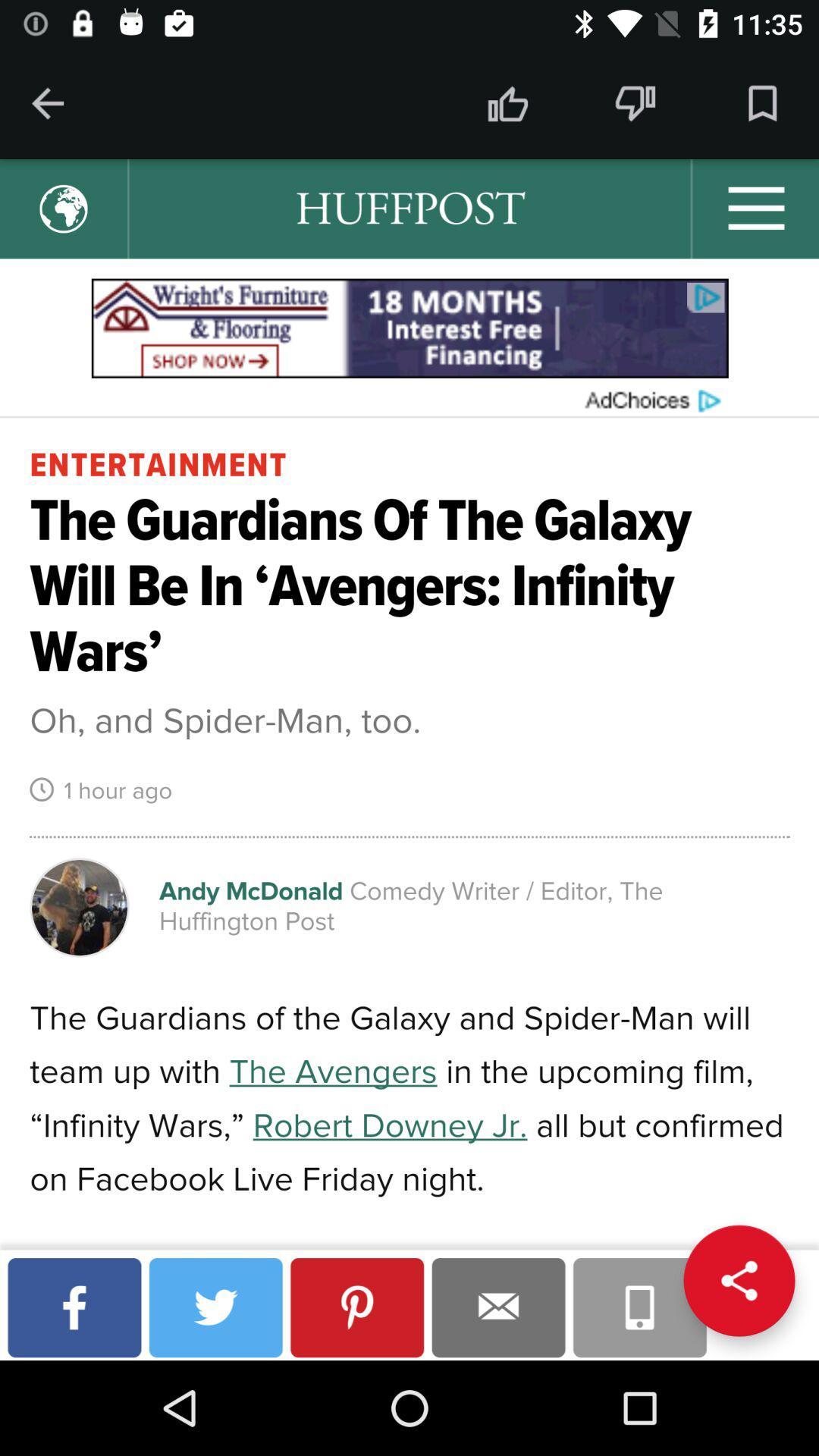  Describe the element at coordinates (739, 1280) in the screenshot. I see `the share icon` at that location.